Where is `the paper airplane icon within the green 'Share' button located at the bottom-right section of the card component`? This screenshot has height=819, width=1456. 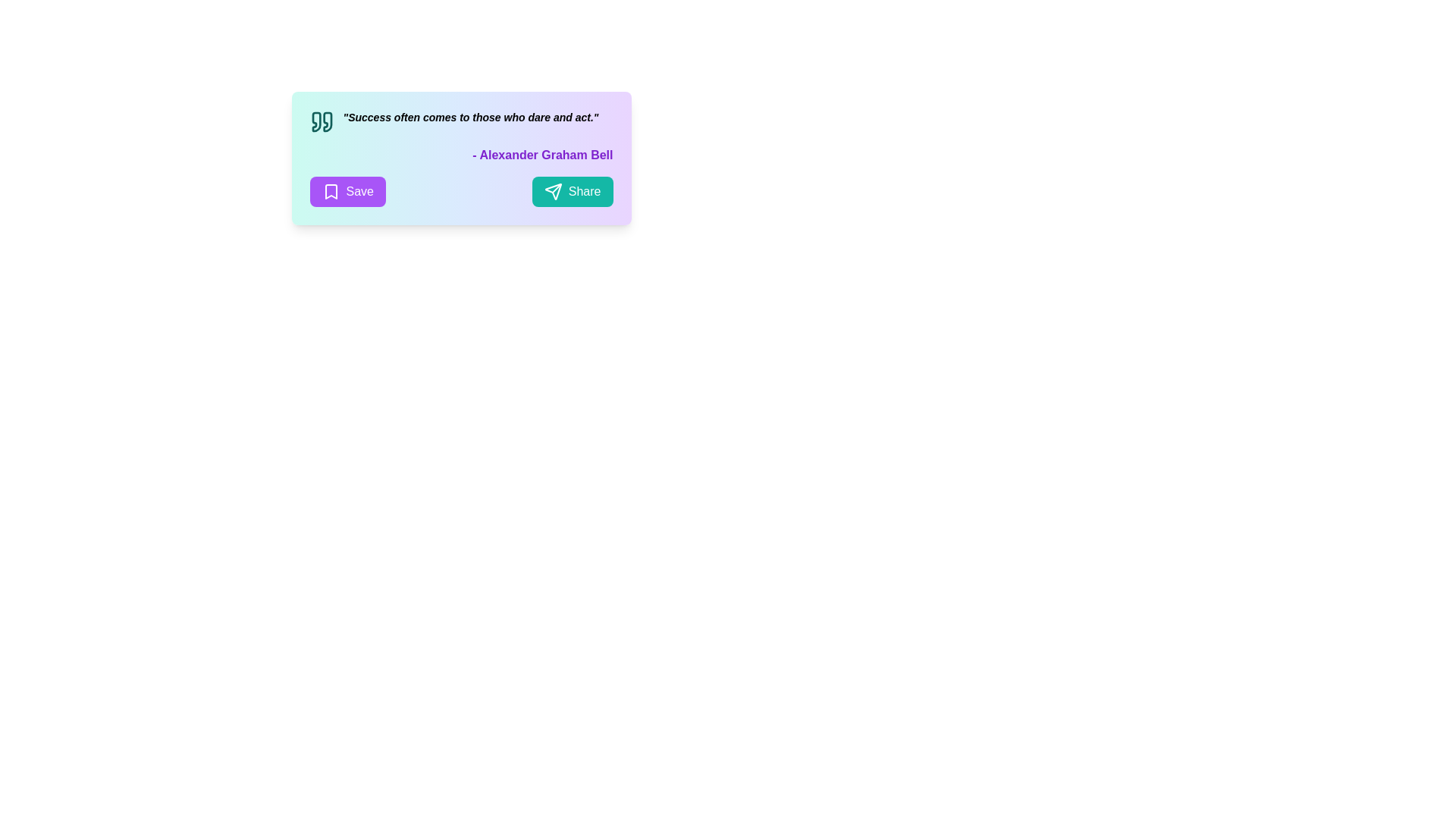
the paper airplane icon within the green 'Share' button located at the bottom-right section of the card component is located at coordinates (552, 191).